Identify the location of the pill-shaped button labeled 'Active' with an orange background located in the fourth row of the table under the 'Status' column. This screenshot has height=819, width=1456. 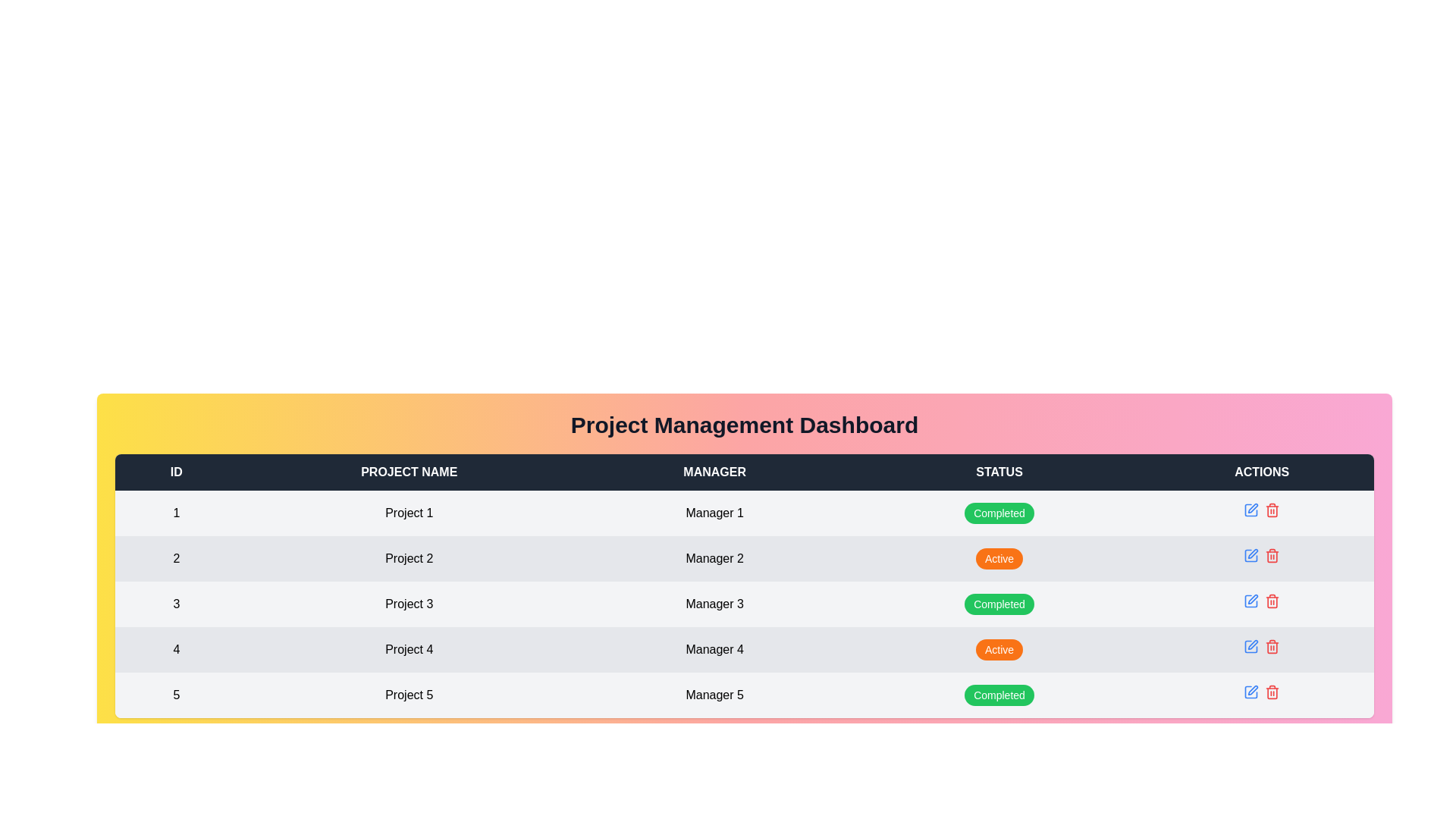
(999, 648).